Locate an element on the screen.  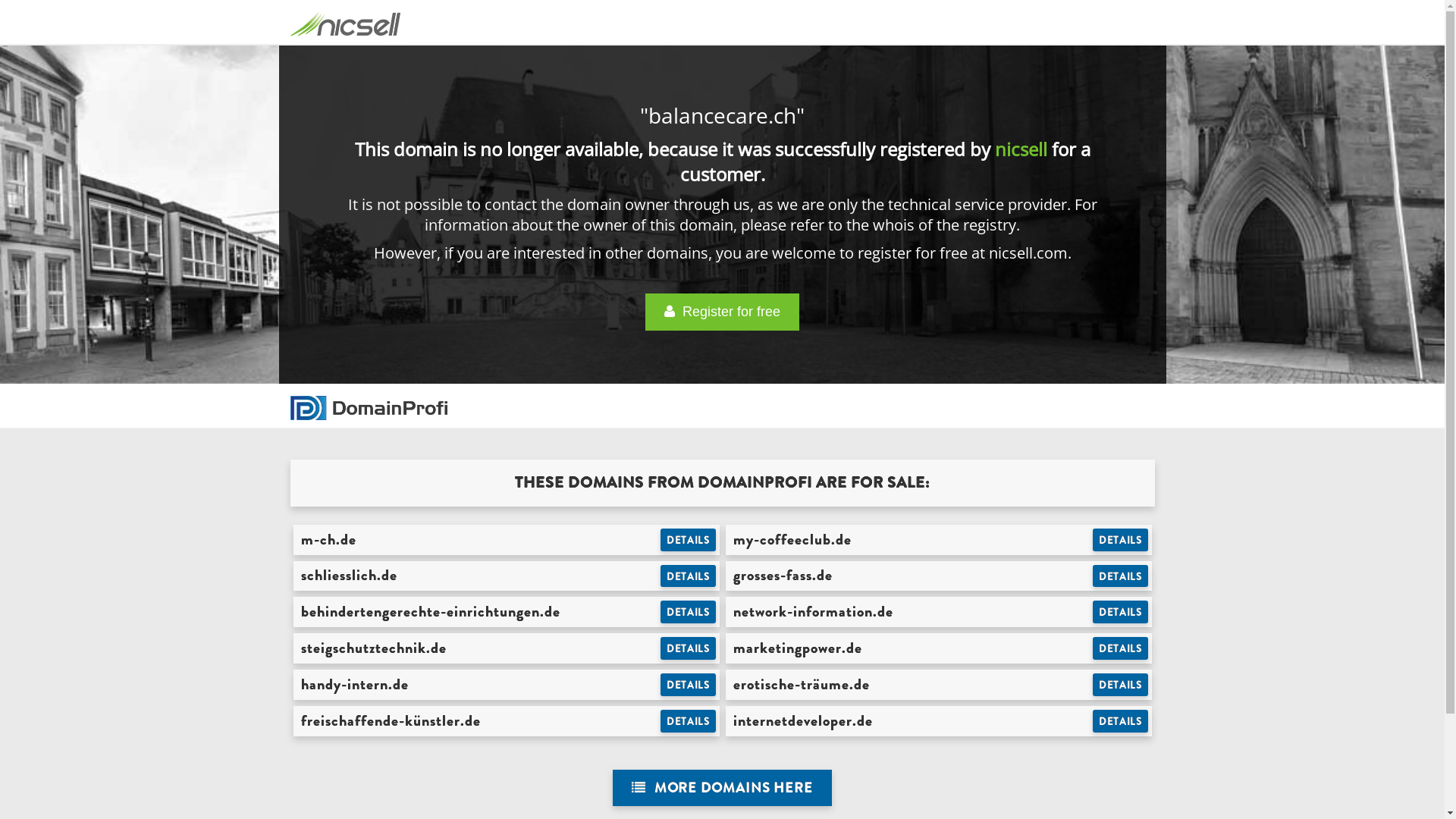
'DETAILS' is located at coordinates (1120, 684).